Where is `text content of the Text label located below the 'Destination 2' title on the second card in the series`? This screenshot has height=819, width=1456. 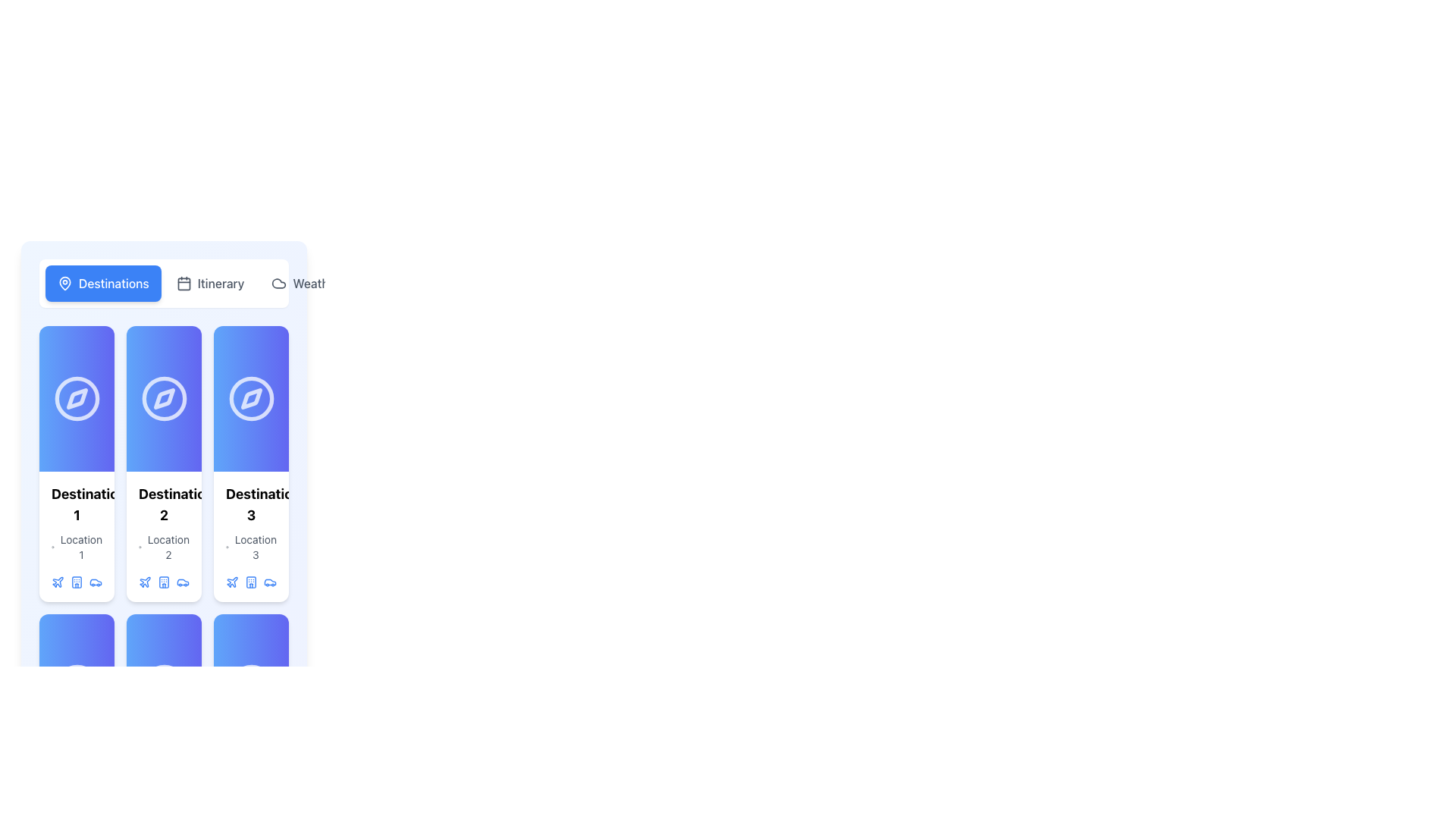
text content of the Text label located below the 'Destination 2' title on the second card in the series is located at coordinates (168, 547).